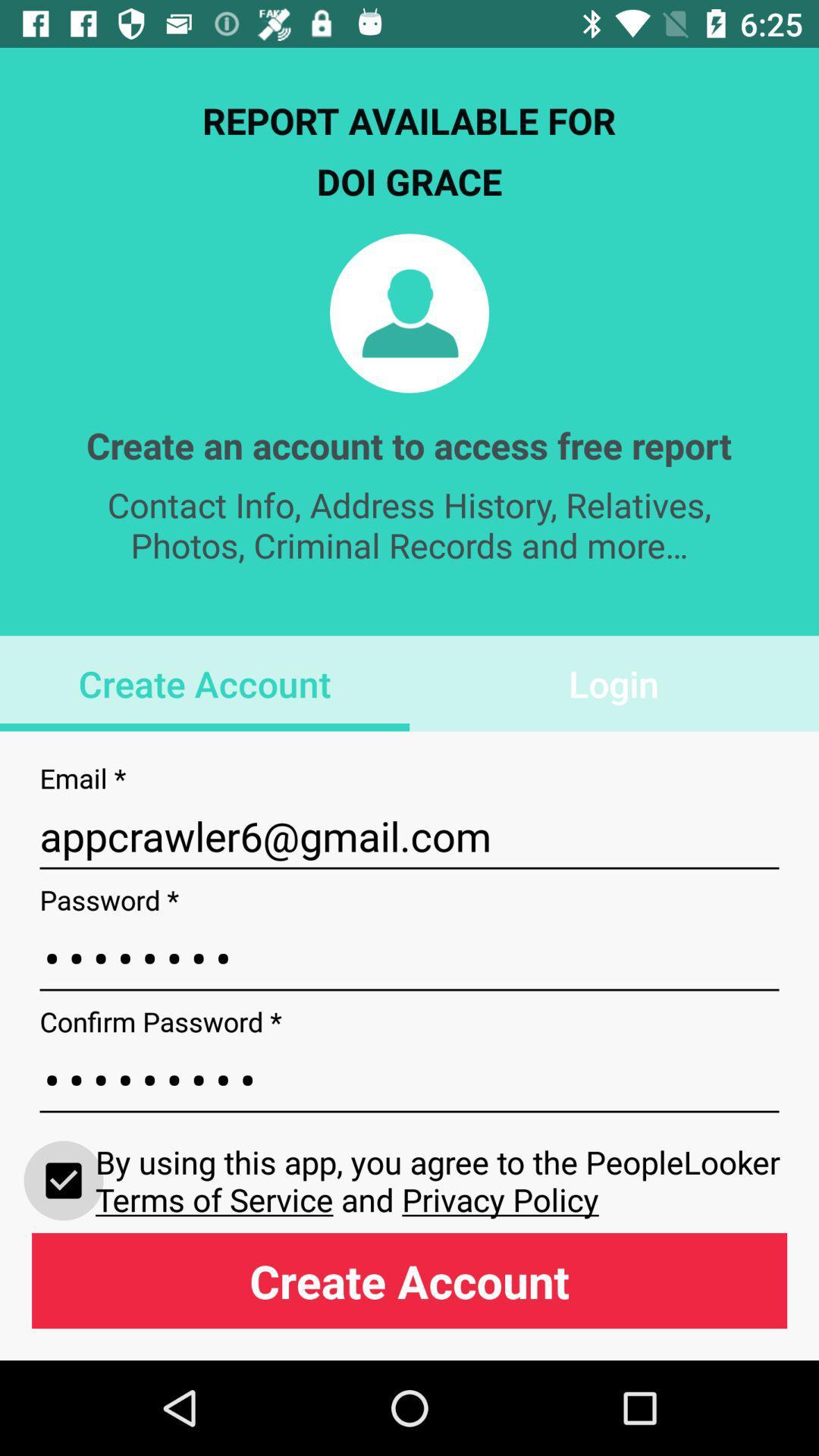 Image resolution: width=819 pixels, height=1456 pixels. I want to click on the icon at the bottom left corner, so click(63, 1179).